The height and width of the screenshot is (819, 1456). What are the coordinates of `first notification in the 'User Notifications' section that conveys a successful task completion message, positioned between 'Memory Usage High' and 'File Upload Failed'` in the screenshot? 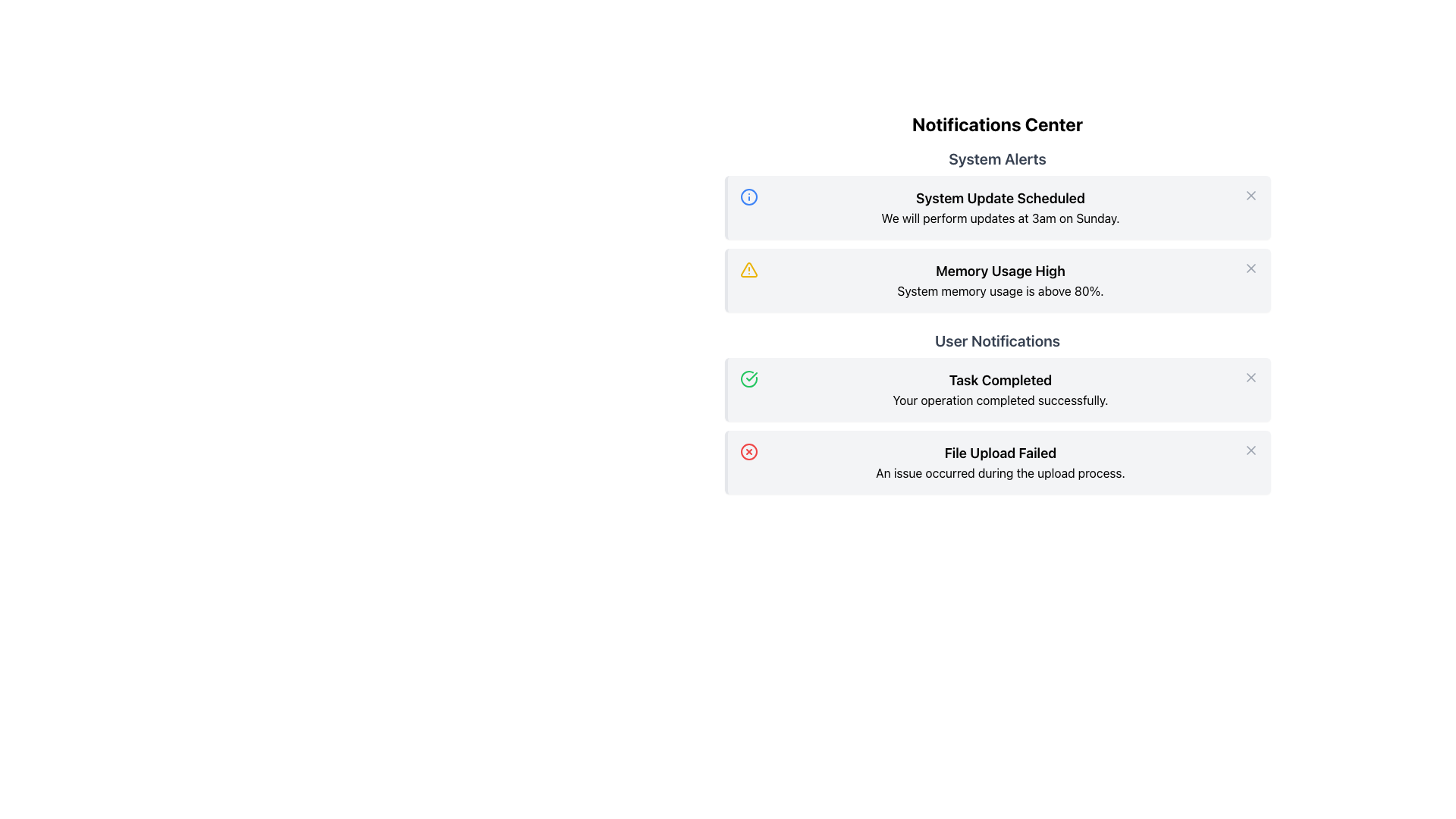 It's located at (997, 388).